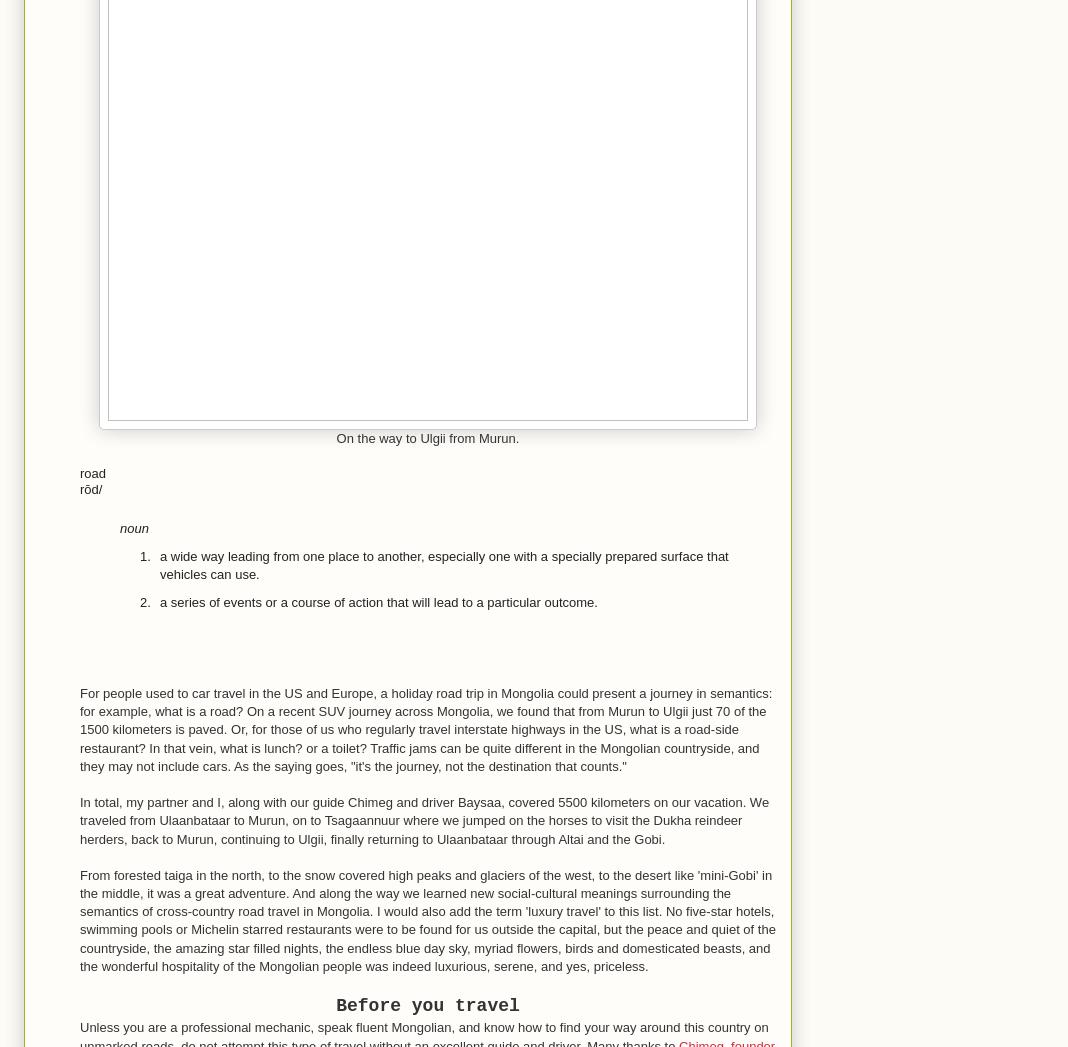 The image size is (1068, 1047). What do you see at coordinates (140, 555) in the screenshot?
I see `'1.'` at bounding box center [140, 555].